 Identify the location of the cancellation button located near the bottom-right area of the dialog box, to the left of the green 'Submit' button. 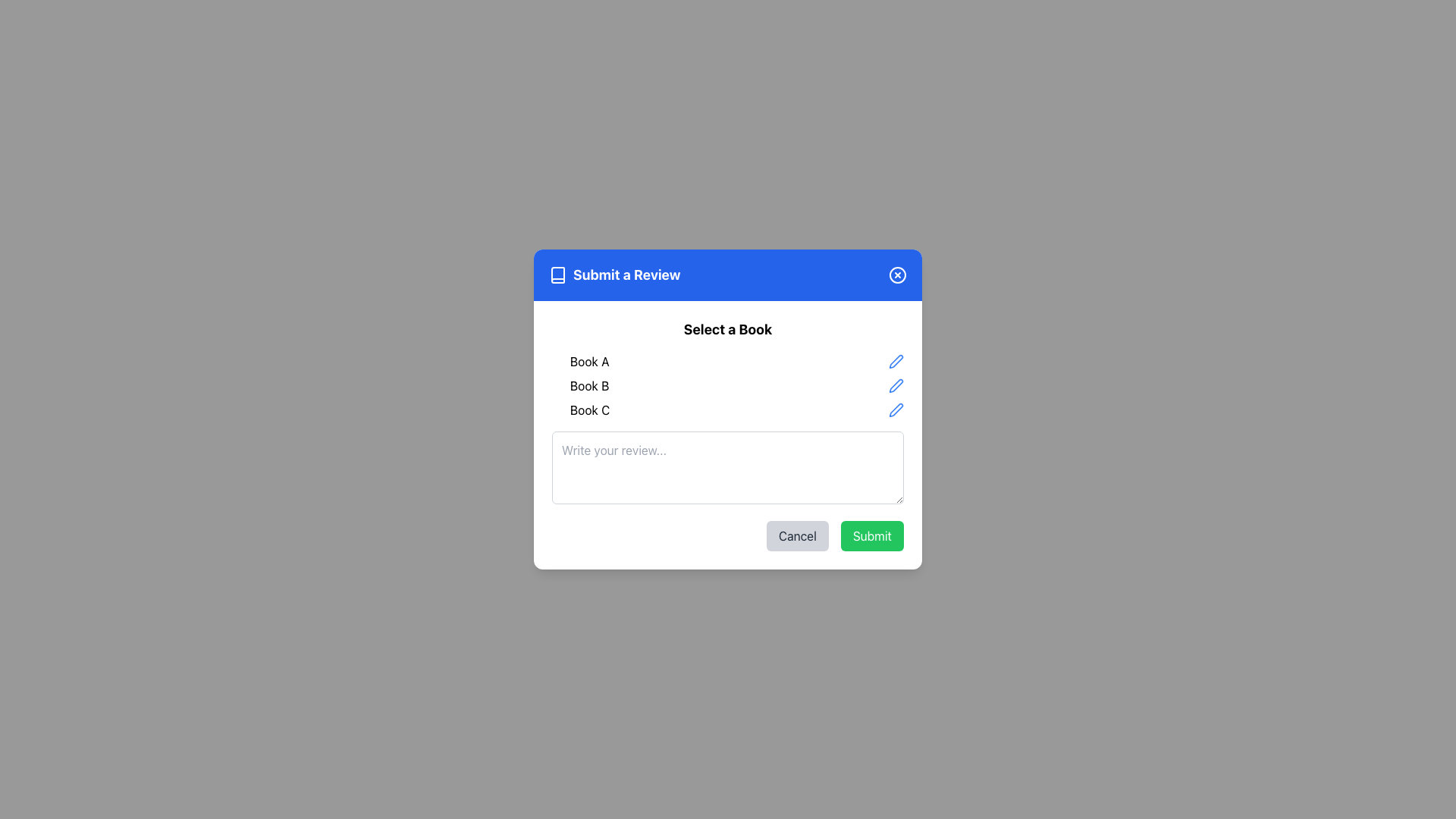
(796, 535).